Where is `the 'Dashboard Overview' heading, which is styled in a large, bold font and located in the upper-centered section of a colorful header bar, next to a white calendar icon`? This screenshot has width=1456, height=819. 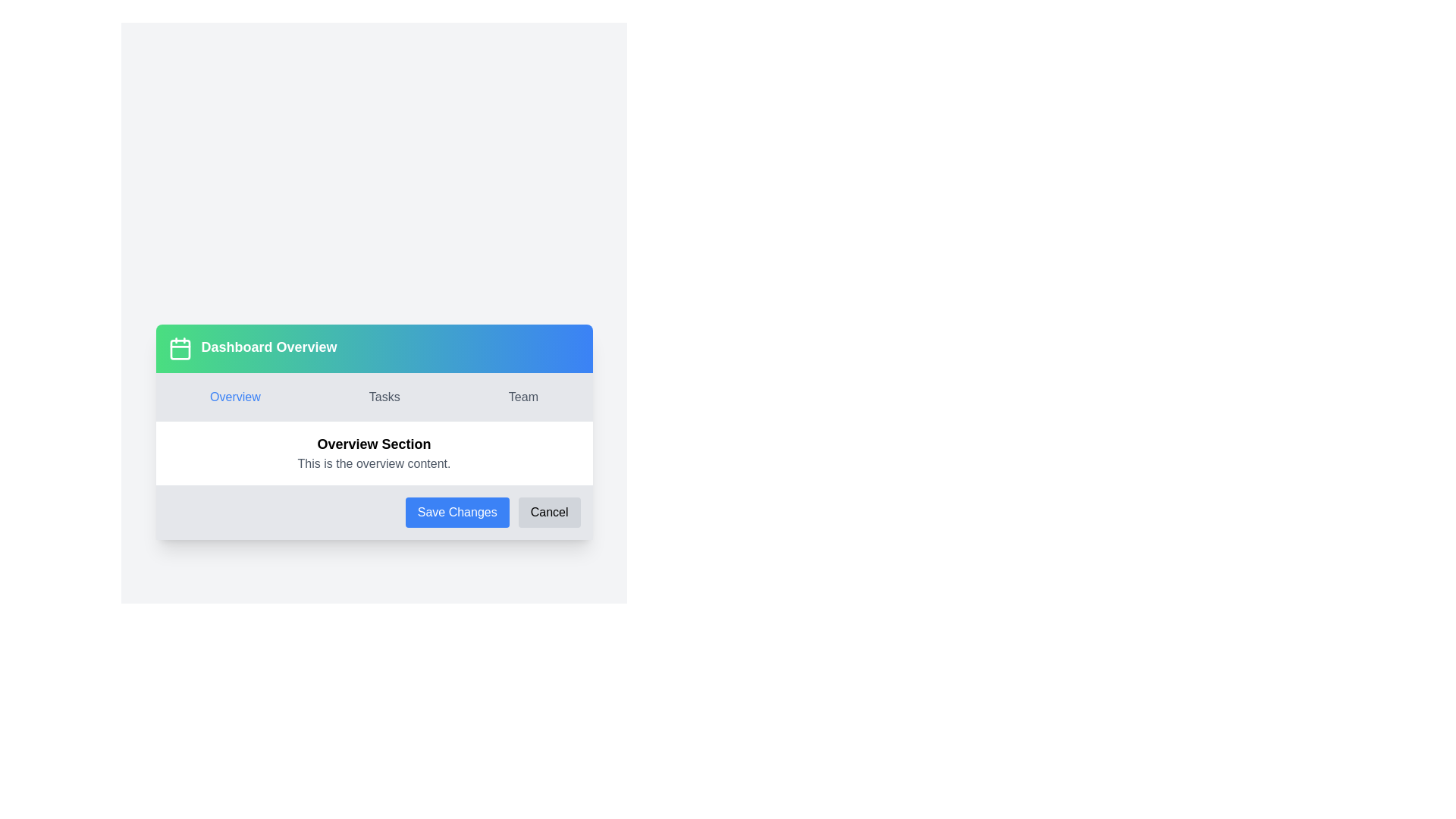
the 'Dashboard Overview' heading, which is styled in a large, bold font and located in the upper-centered section of a colorful header bar, next to a white calendar icon is located at coordinates (269, 348).